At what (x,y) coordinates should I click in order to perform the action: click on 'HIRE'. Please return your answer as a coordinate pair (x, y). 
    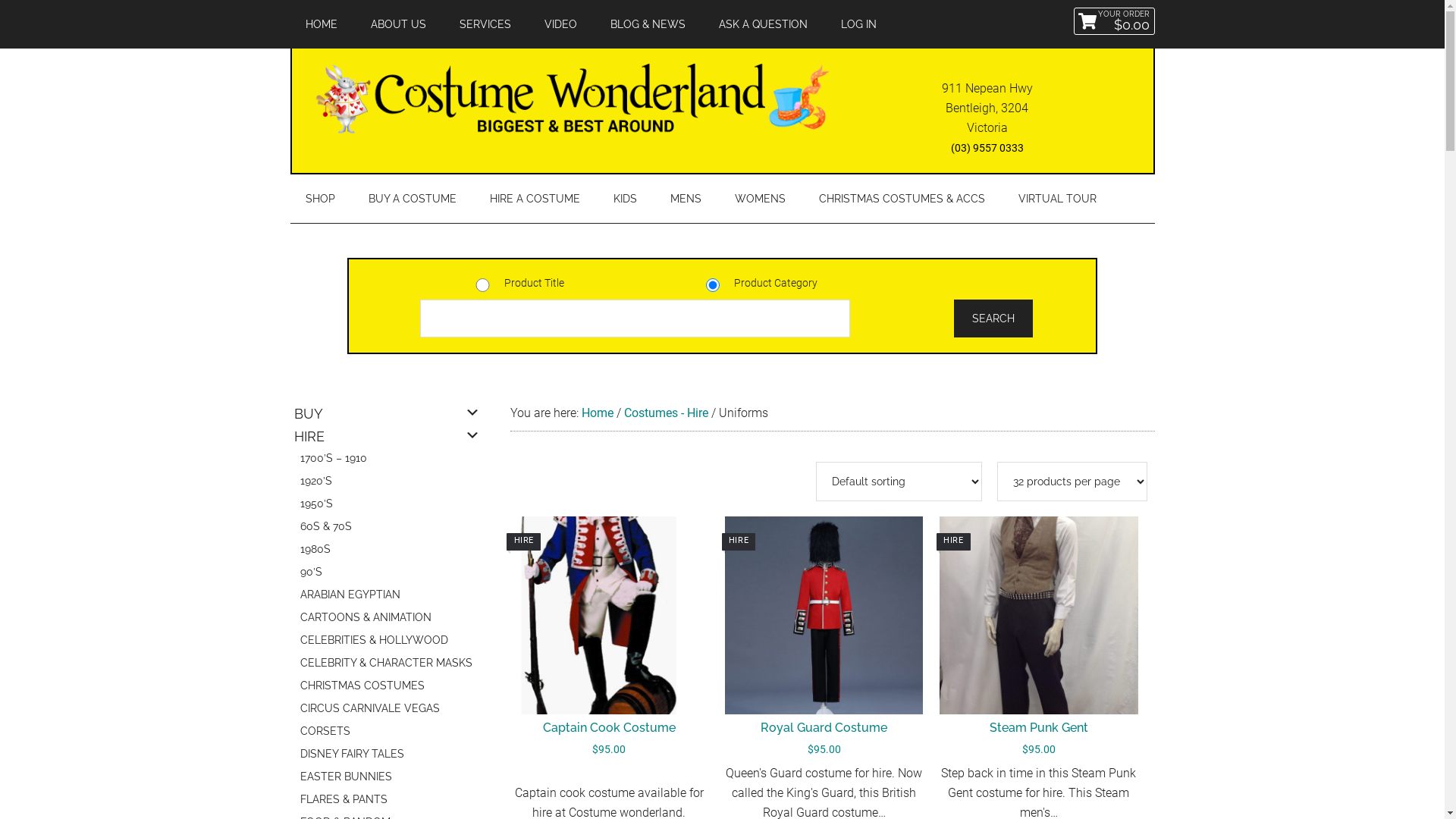
    Looking at the image, I should click on (381, 438).